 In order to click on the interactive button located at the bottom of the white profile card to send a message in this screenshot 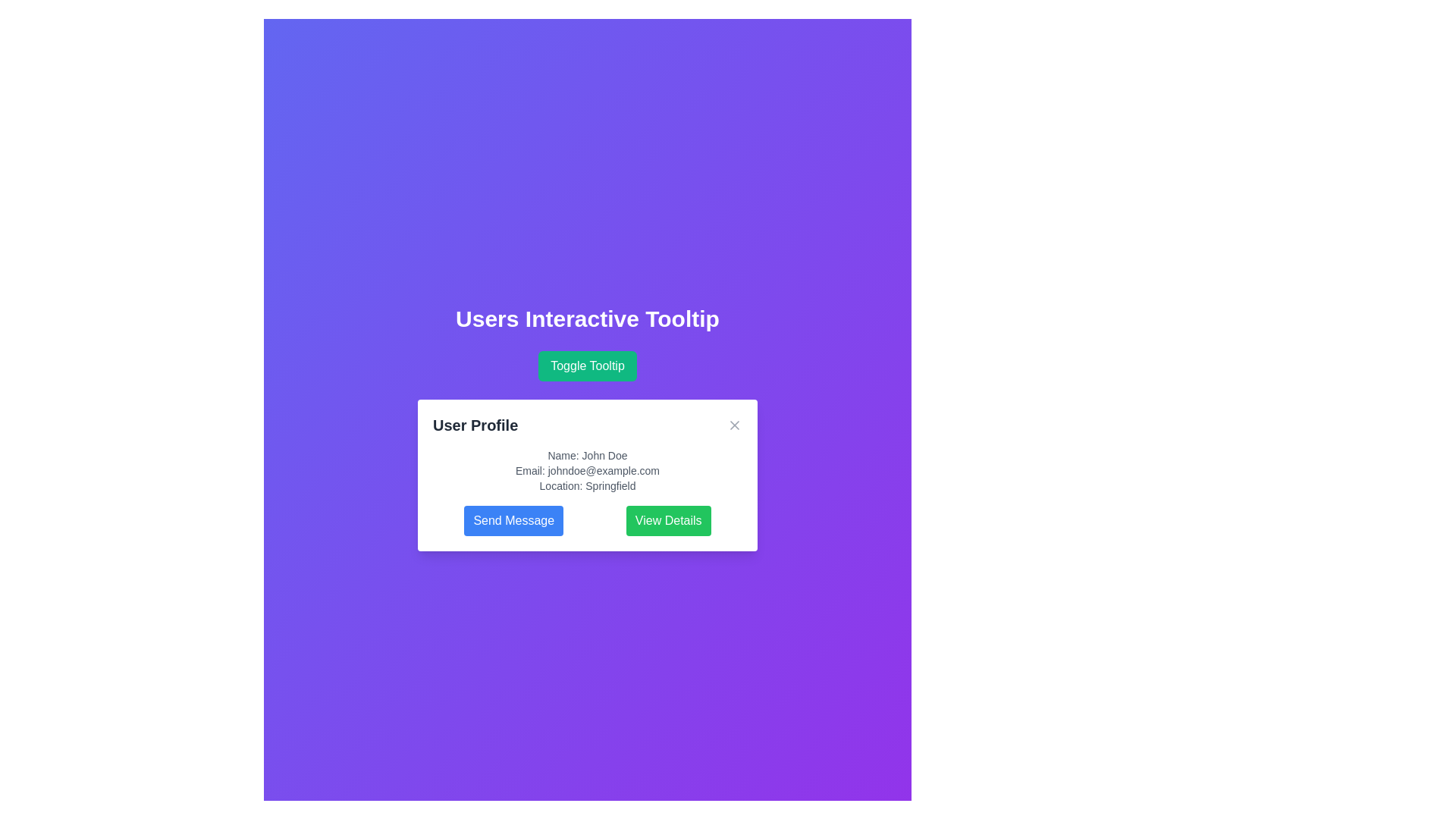, I will do `click(513, 519)`.